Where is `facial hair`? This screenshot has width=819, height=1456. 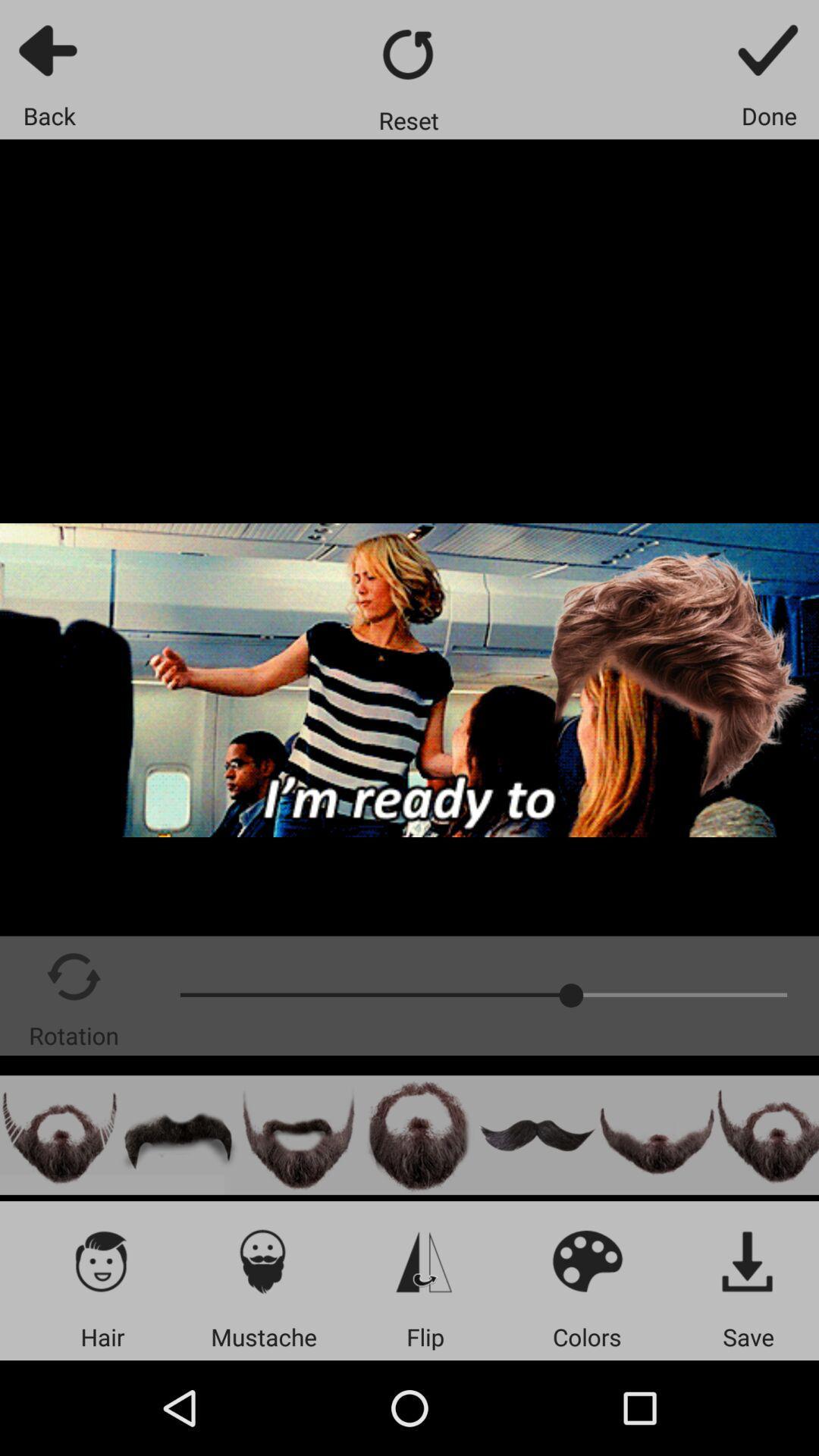
facial hair is located at coordinates (656, 1135).